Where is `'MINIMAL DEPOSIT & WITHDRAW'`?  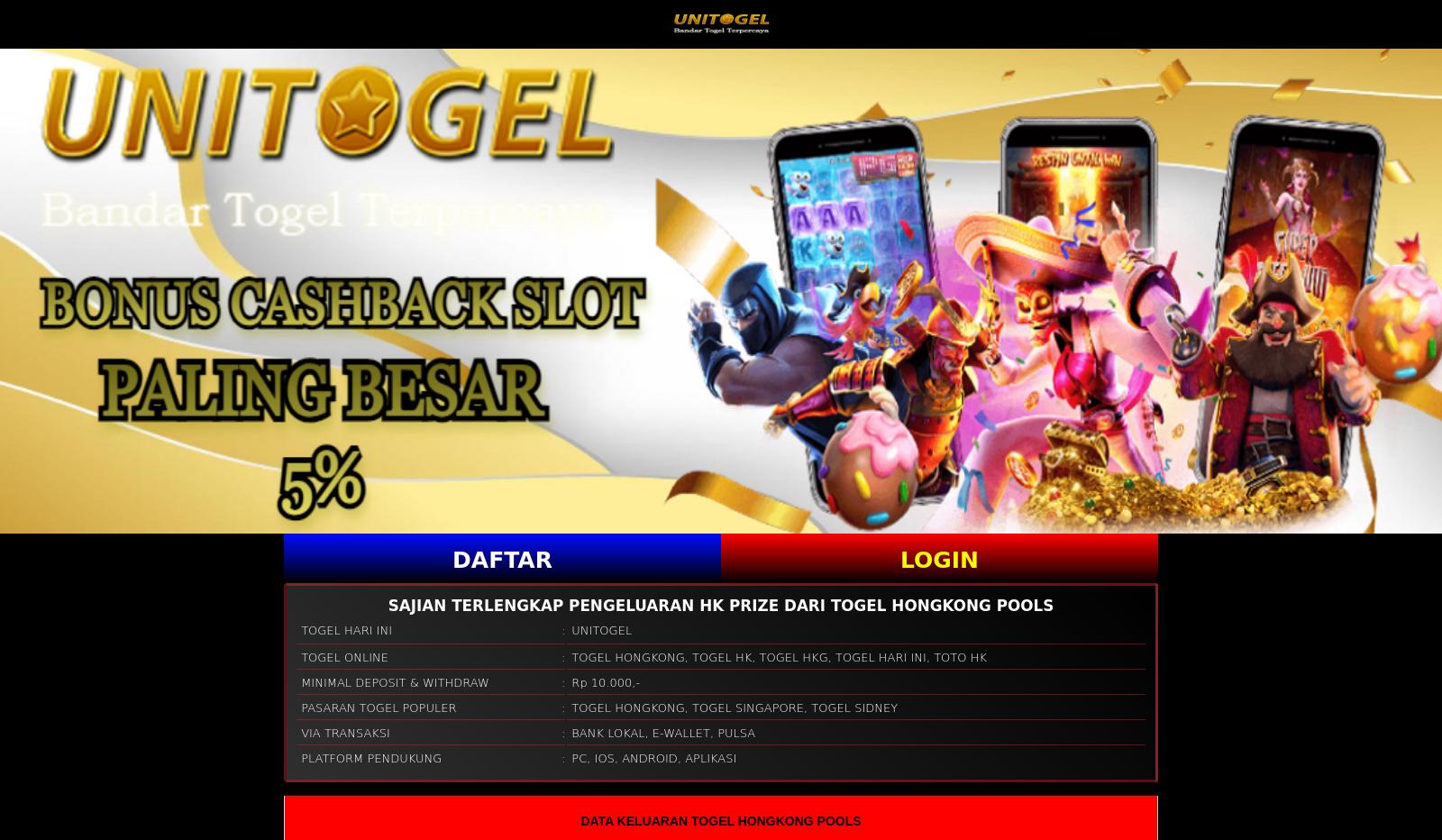 'MINIMAL DEPOSIT & WITHDRAW' is located at coordinates (393, 680).